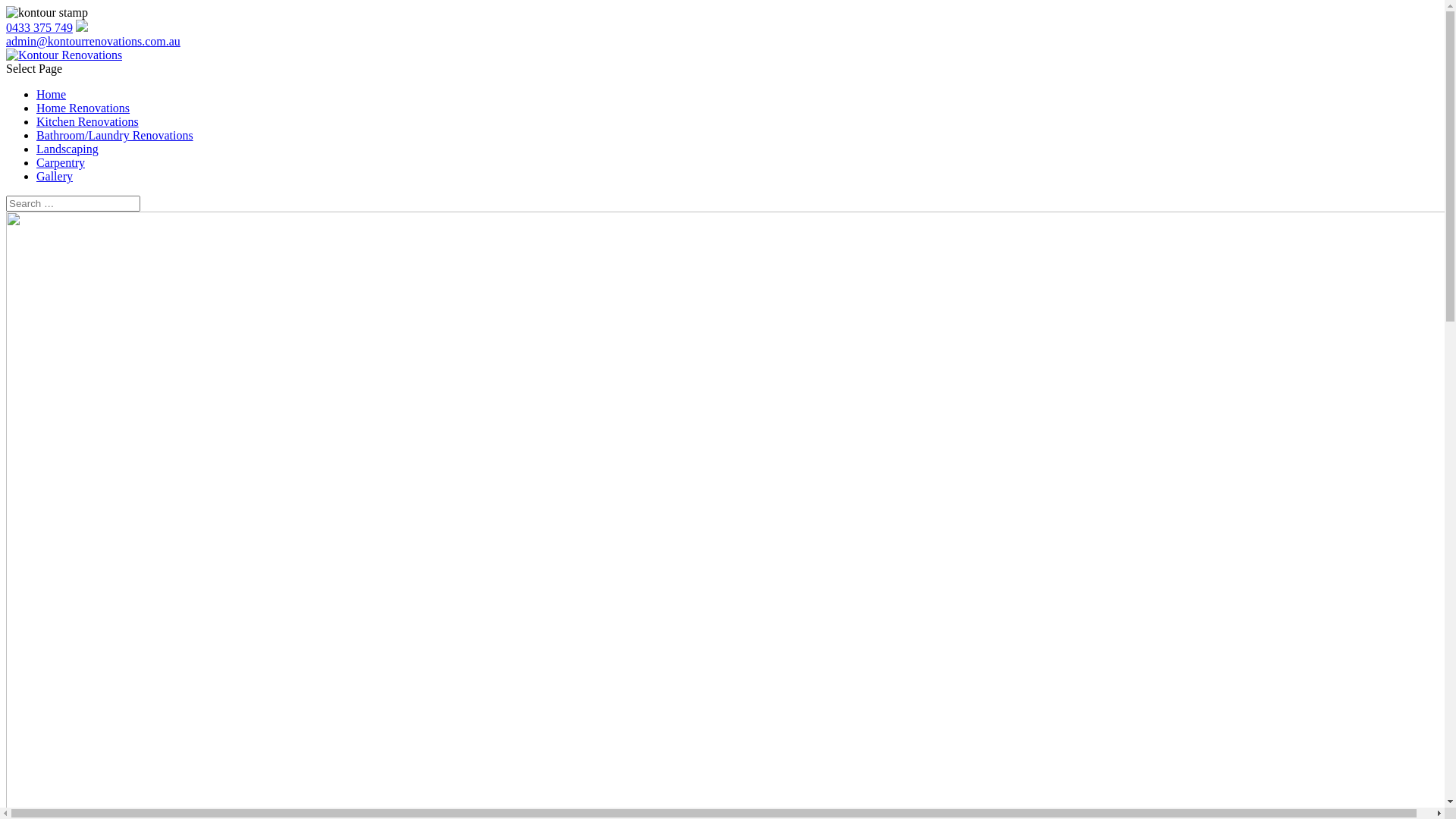 This screenshot has width=1456, height=819. What do you see at coordinates (6, 202) in the screenshot?
I see `'Search for:'` at bounding box center [6, 202].